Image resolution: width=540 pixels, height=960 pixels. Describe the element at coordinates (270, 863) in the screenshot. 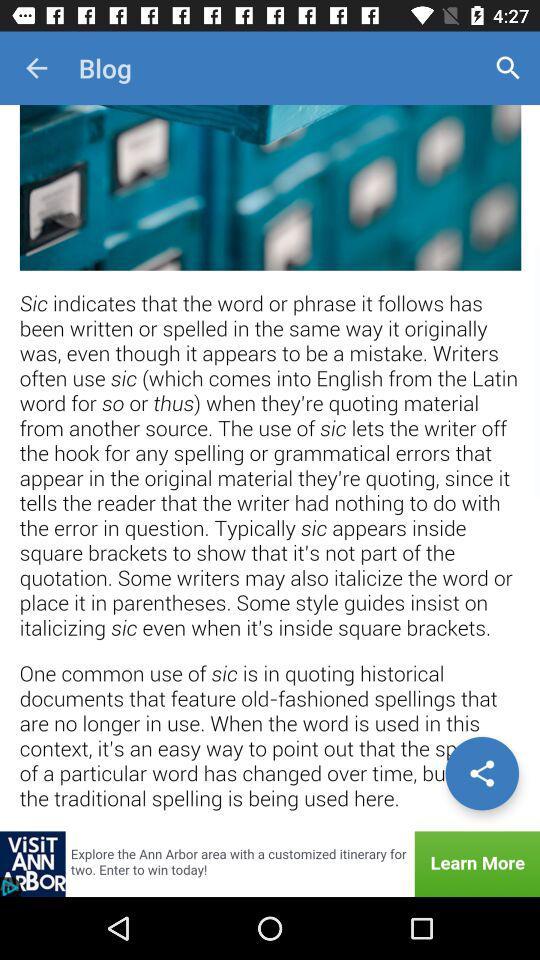

I see `explore the advertisement` at that location.